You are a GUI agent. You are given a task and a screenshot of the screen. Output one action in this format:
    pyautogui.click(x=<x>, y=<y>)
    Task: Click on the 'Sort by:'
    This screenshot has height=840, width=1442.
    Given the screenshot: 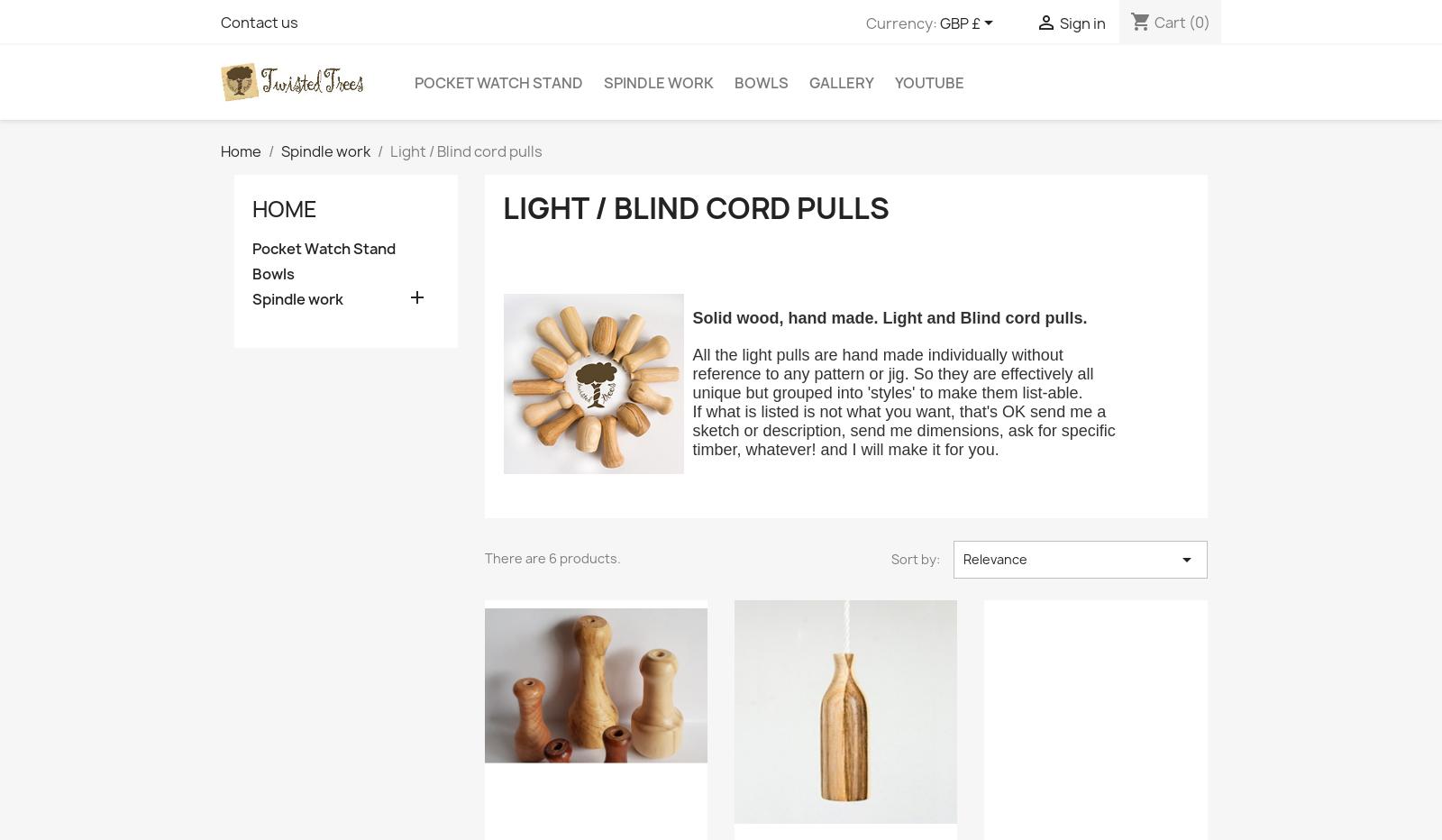 What is the action you would take?
    pyautogui.click(x=915, y=558)
    